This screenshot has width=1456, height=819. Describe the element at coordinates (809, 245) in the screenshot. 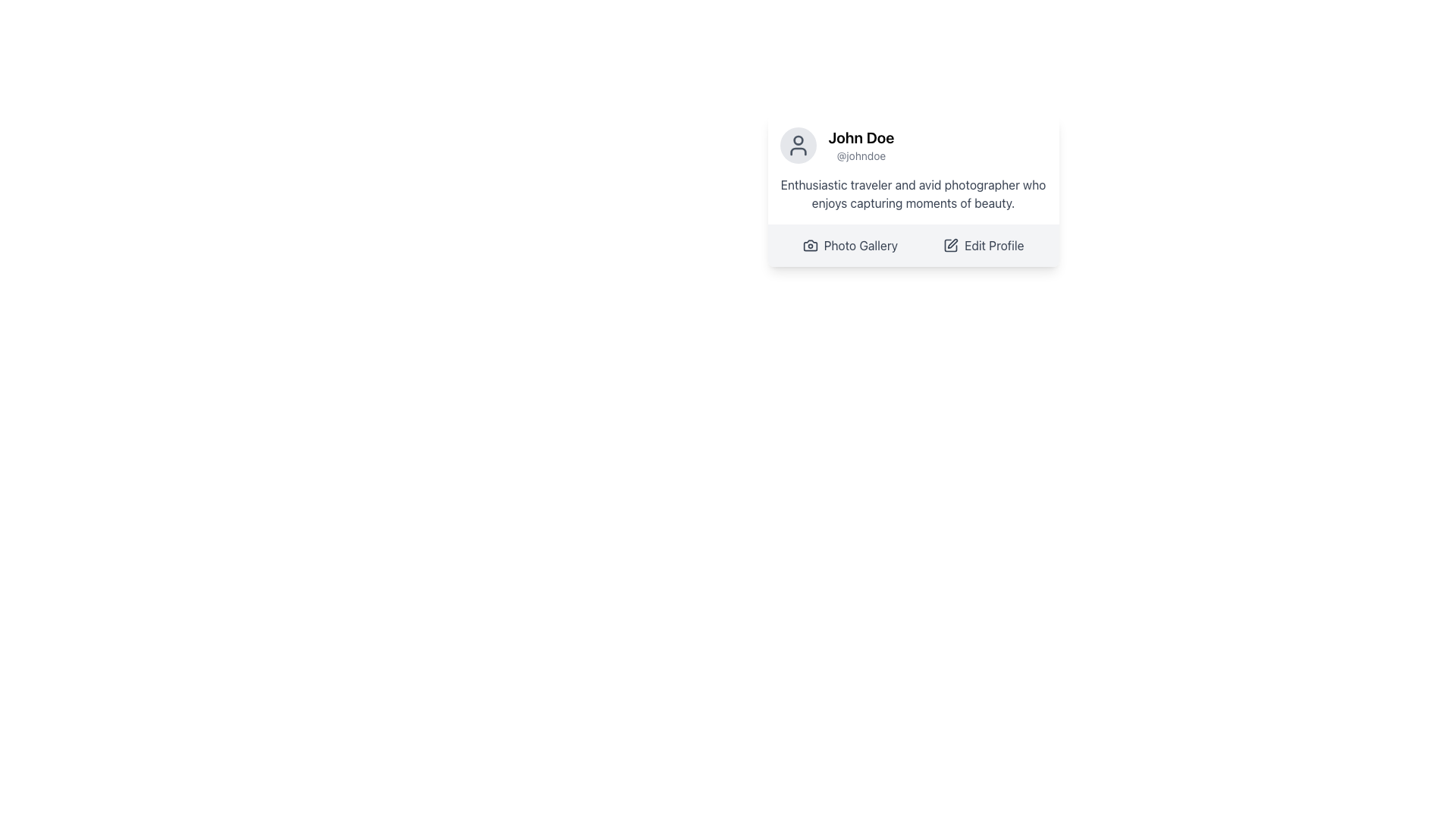

I see `the 'Photo Gallery' icon, which visually indicates the 'Photo Gallery' feature located to the left of the text label 'Photo Gallery'` at that location.